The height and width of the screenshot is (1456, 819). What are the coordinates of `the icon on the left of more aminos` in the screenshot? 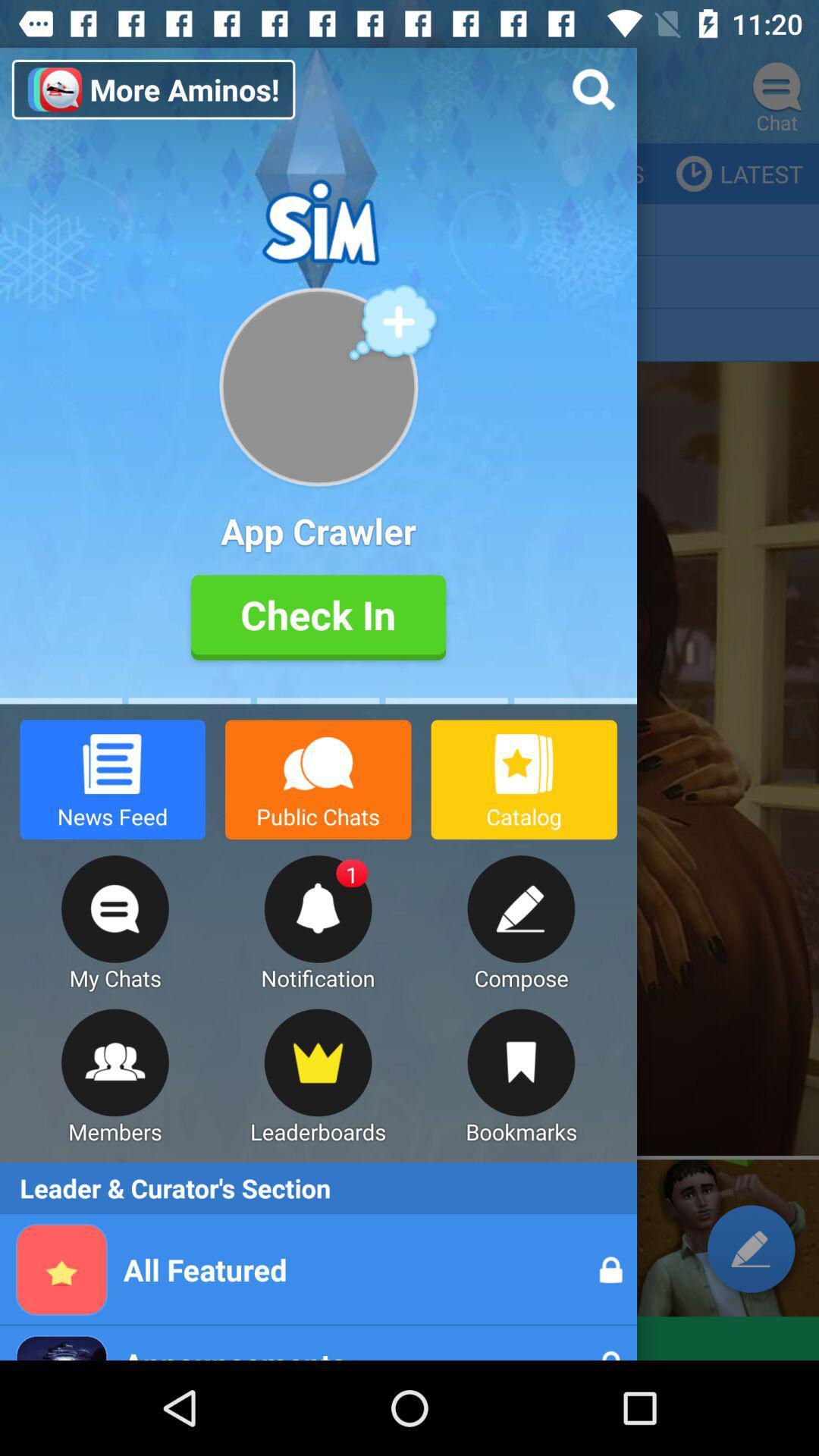 It's located at (46, 94).